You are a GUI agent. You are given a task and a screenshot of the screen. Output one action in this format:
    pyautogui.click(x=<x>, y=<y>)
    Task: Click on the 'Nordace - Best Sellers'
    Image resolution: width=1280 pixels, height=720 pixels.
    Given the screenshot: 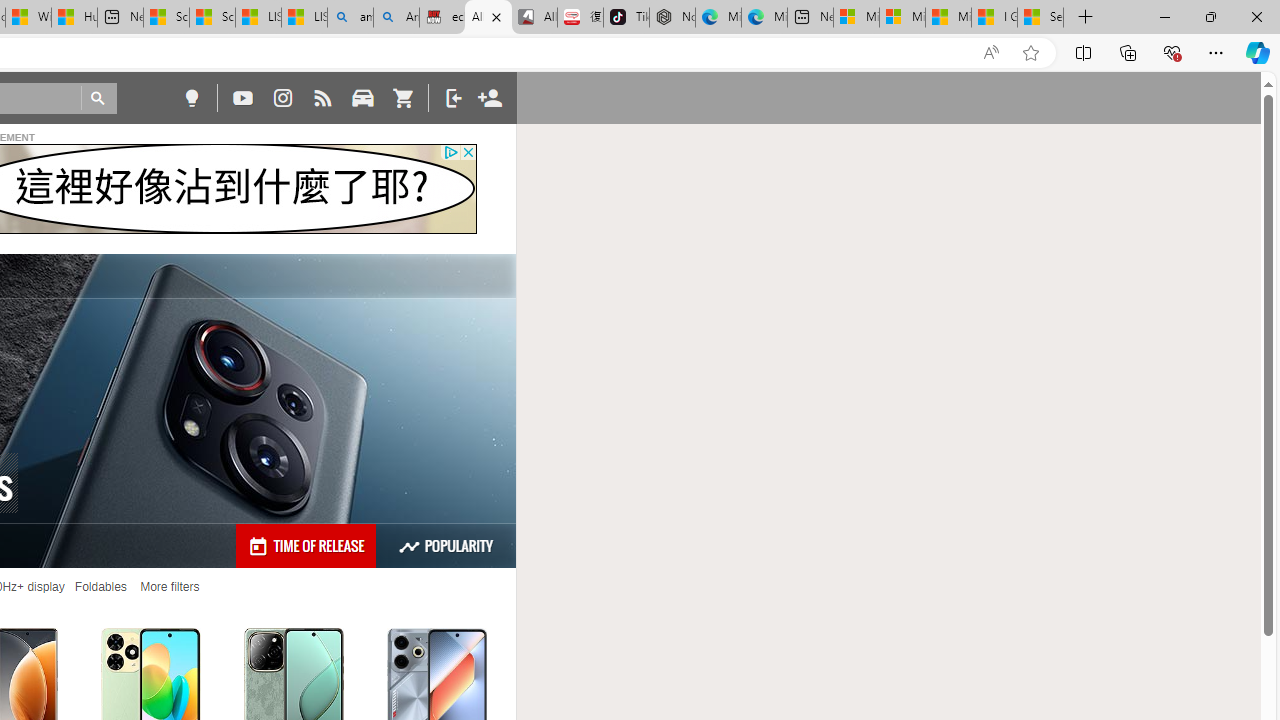 What is the action you would take?
    pyautogui.click(x=672, y=17)
    